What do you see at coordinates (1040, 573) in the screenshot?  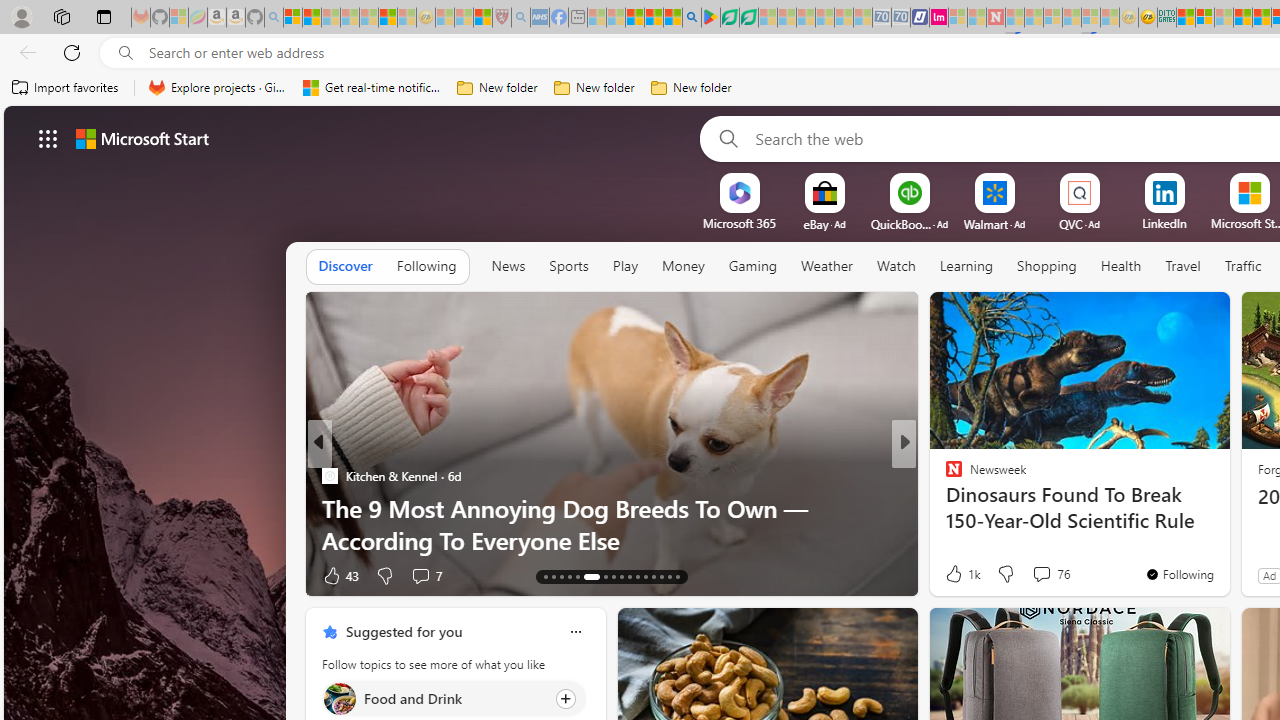 I see `'View comments 76 Comment'` at bounding box center [1040, 573].